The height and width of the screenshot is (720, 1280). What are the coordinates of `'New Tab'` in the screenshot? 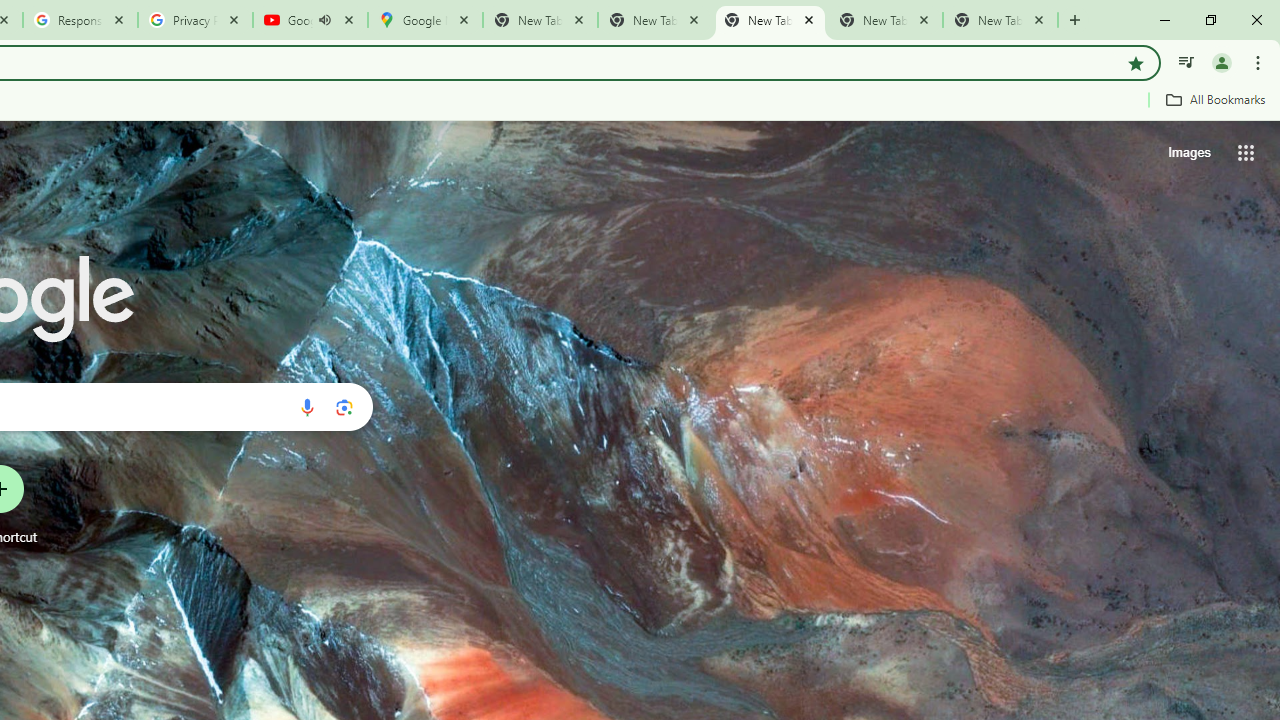 It's located at (1000, 20).